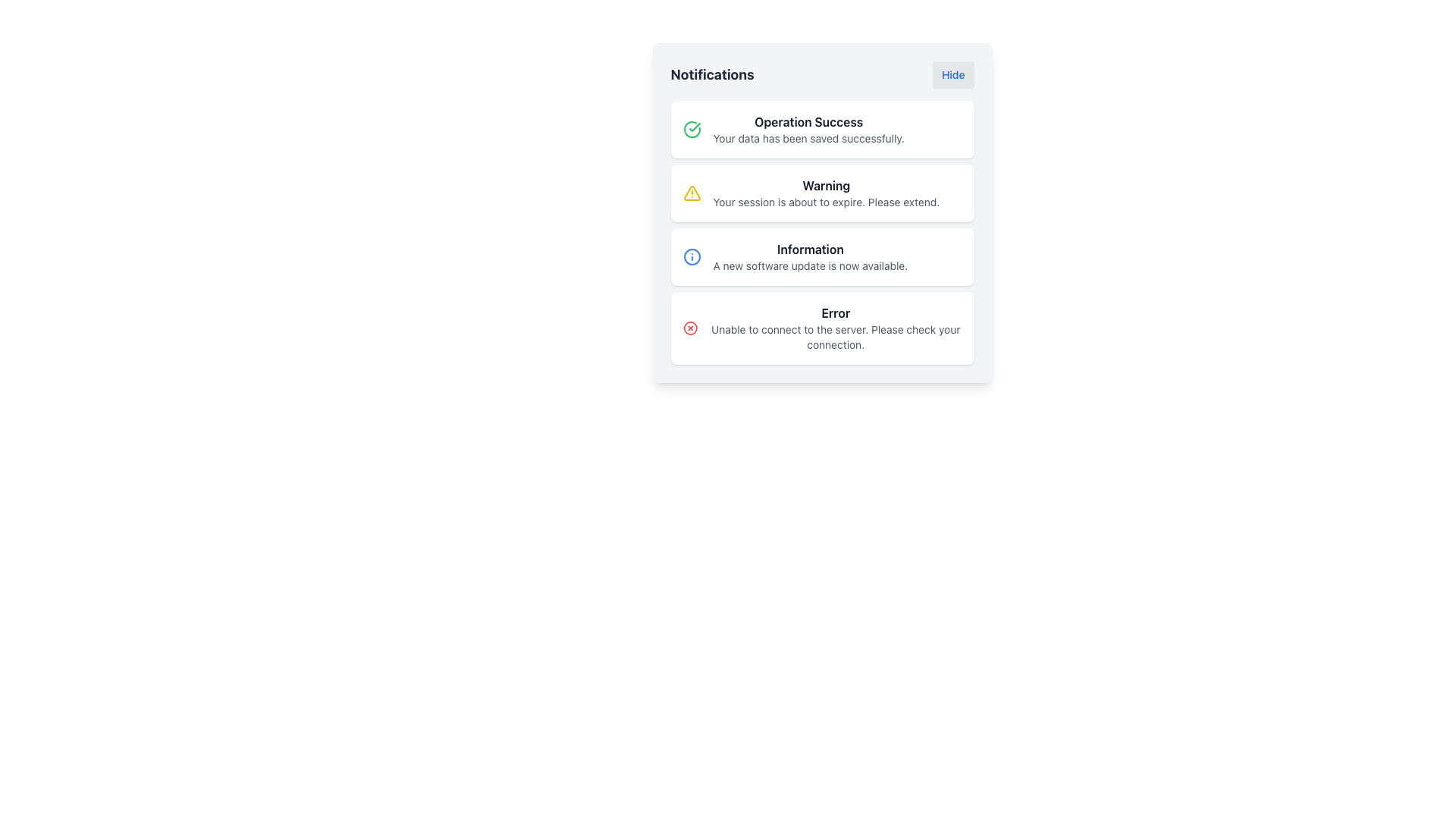  I want to click on alert text from the Notification Alert that contains a yellow warning triangle icon on the left, with the bold text 'Warning' and the smaller gray text 'Your session is about to expire. Please extend.', so click(821, 192).